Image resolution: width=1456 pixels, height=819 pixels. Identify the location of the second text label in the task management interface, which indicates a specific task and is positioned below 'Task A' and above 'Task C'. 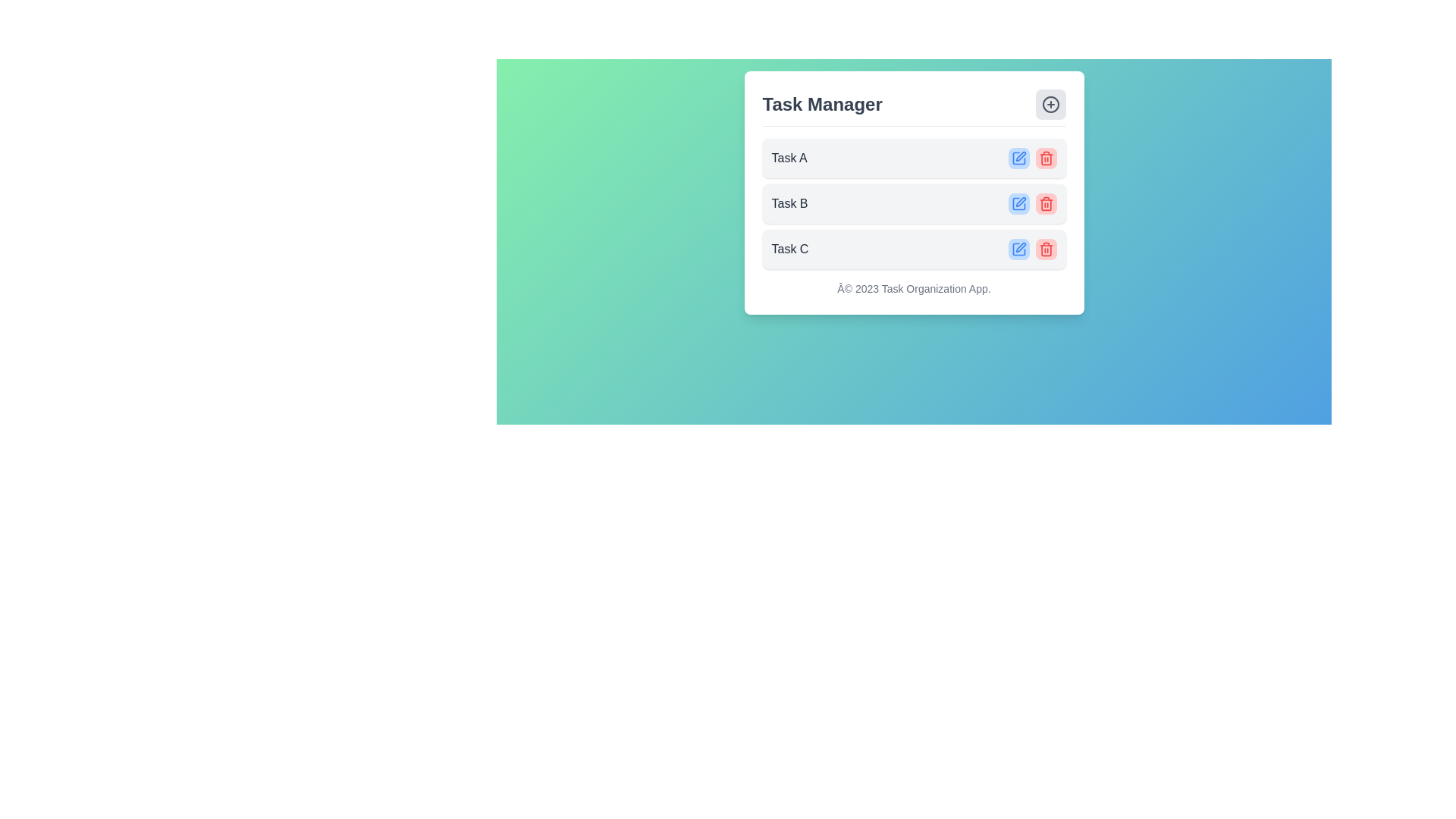
(789, 203).